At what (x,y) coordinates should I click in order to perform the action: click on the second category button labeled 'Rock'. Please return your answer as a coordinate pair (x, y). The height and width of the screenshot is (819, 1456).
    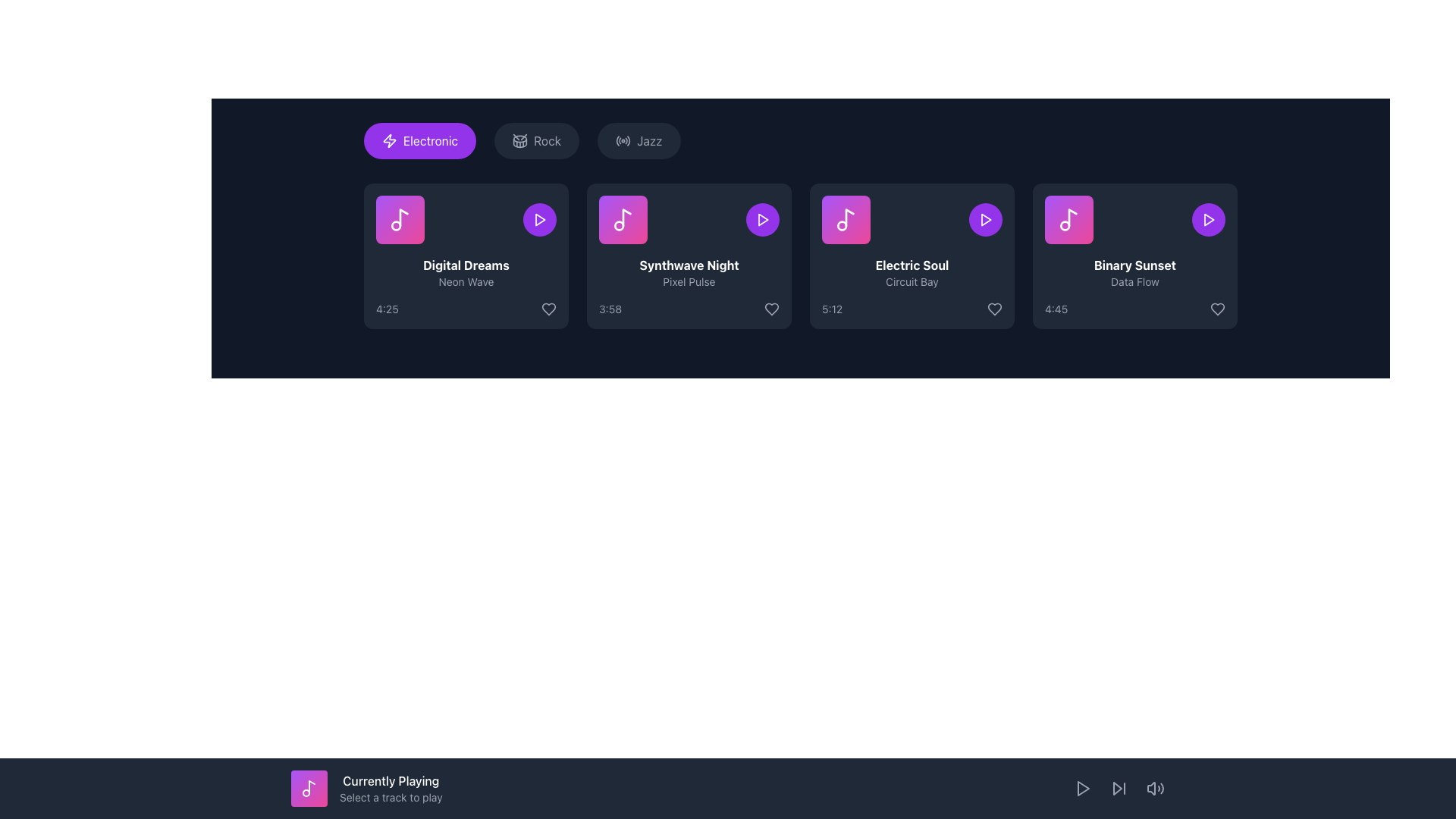
    Looking at the image, I should click on (547, 140).